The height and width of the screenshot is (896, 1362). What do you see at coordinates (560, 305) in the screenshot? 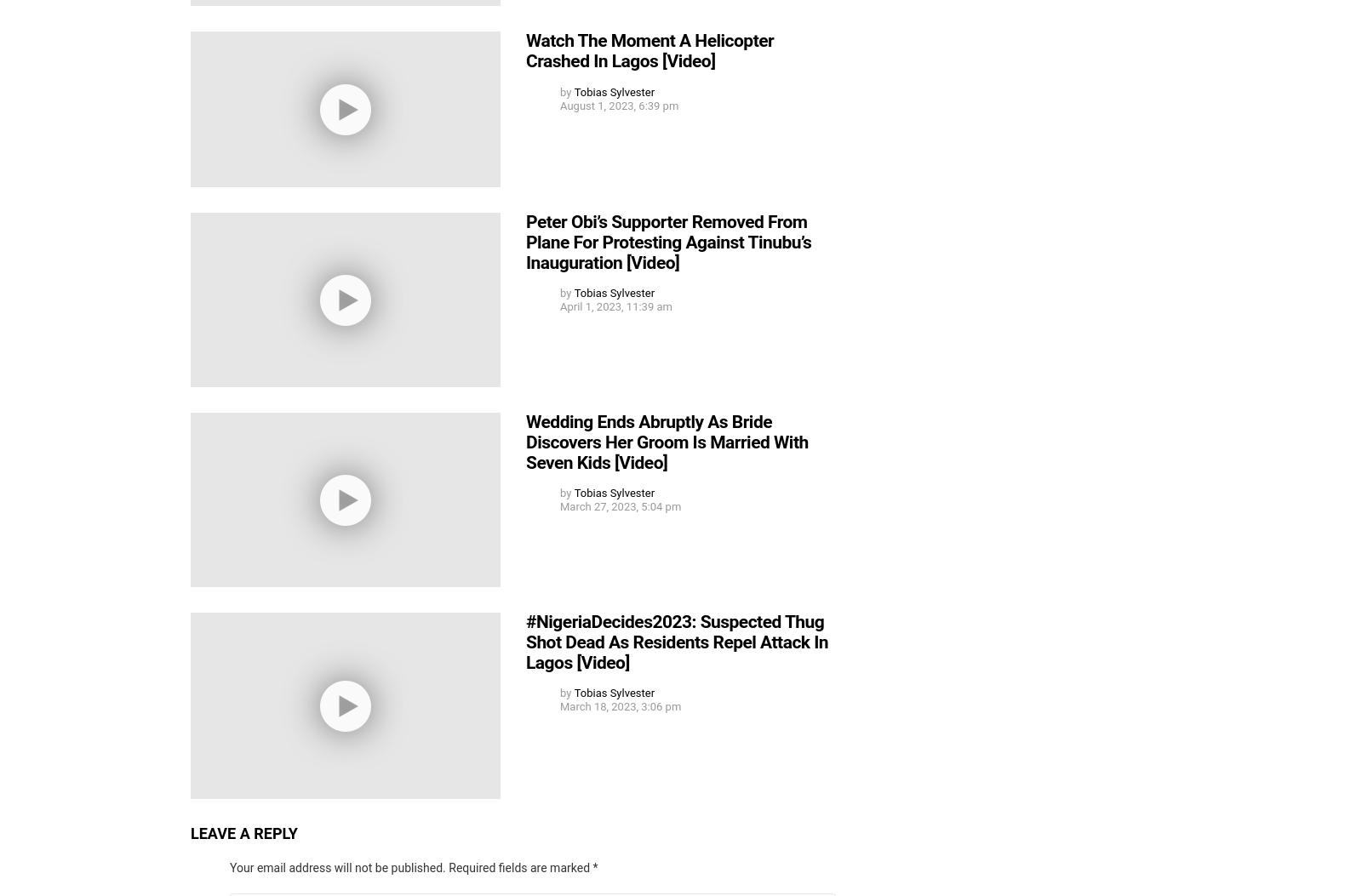
I see `'April 1, 2023, 11:39 am'` at bounding box center [560, 305].